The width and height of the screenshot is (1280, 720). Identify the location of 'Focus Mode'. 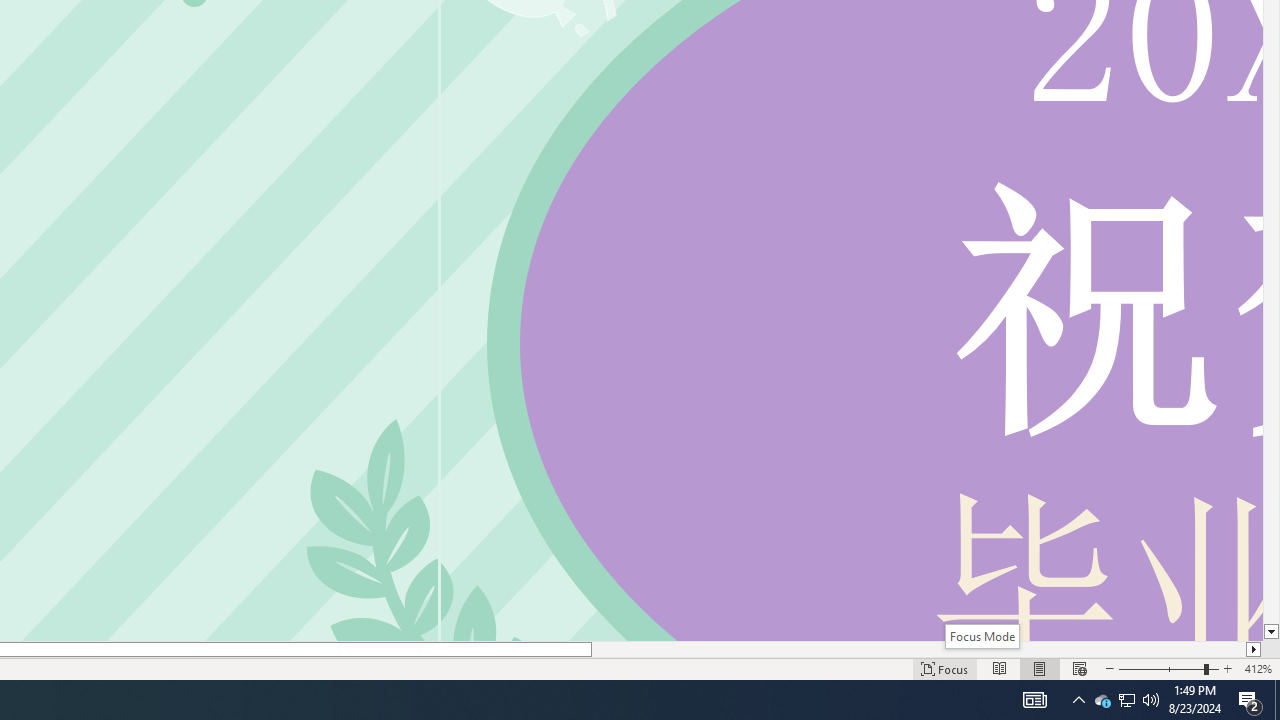
(982, 636).